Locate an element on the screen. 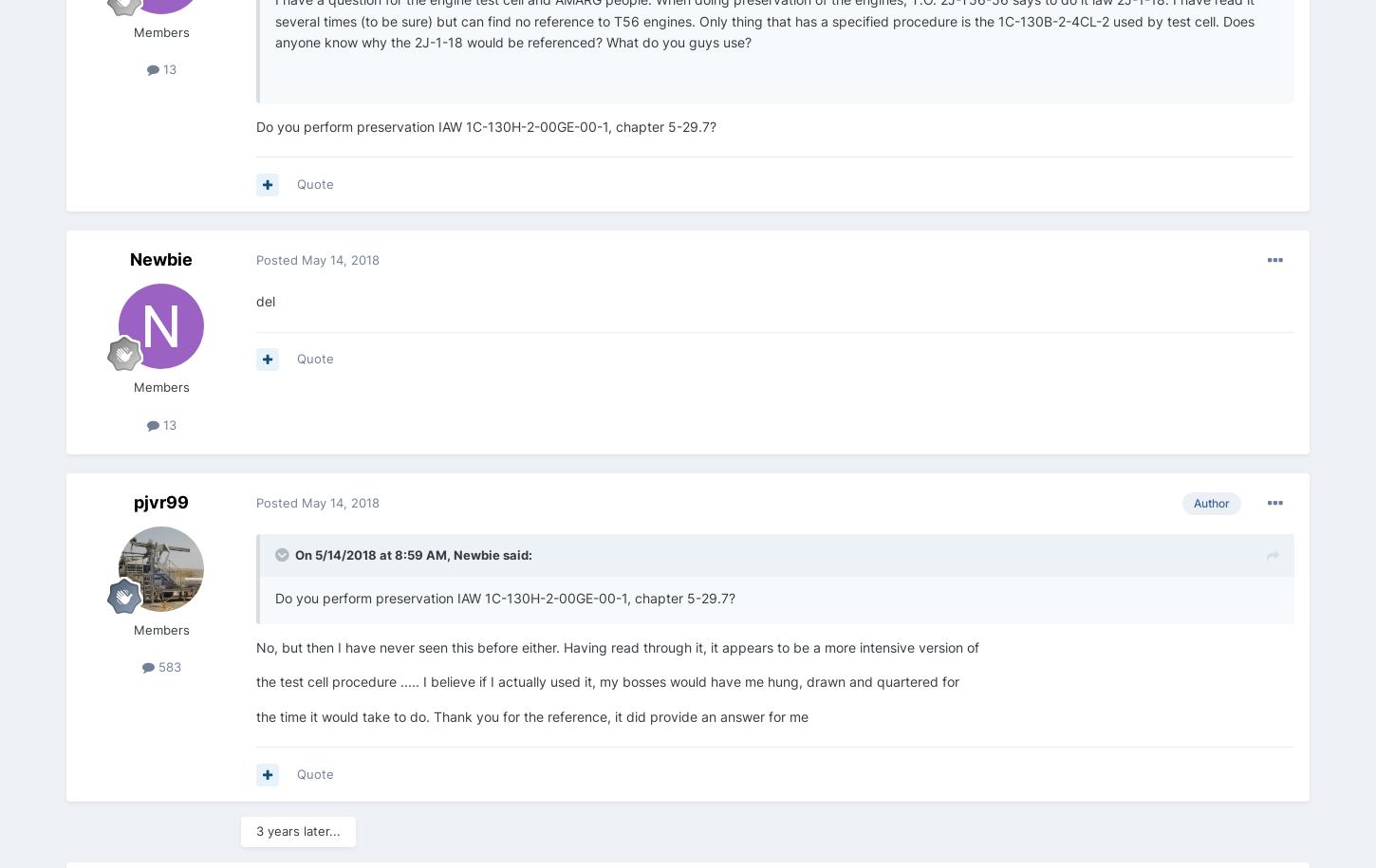 The image size is (1376, 868). '3 years later...' is located at coordinates (255, 830).